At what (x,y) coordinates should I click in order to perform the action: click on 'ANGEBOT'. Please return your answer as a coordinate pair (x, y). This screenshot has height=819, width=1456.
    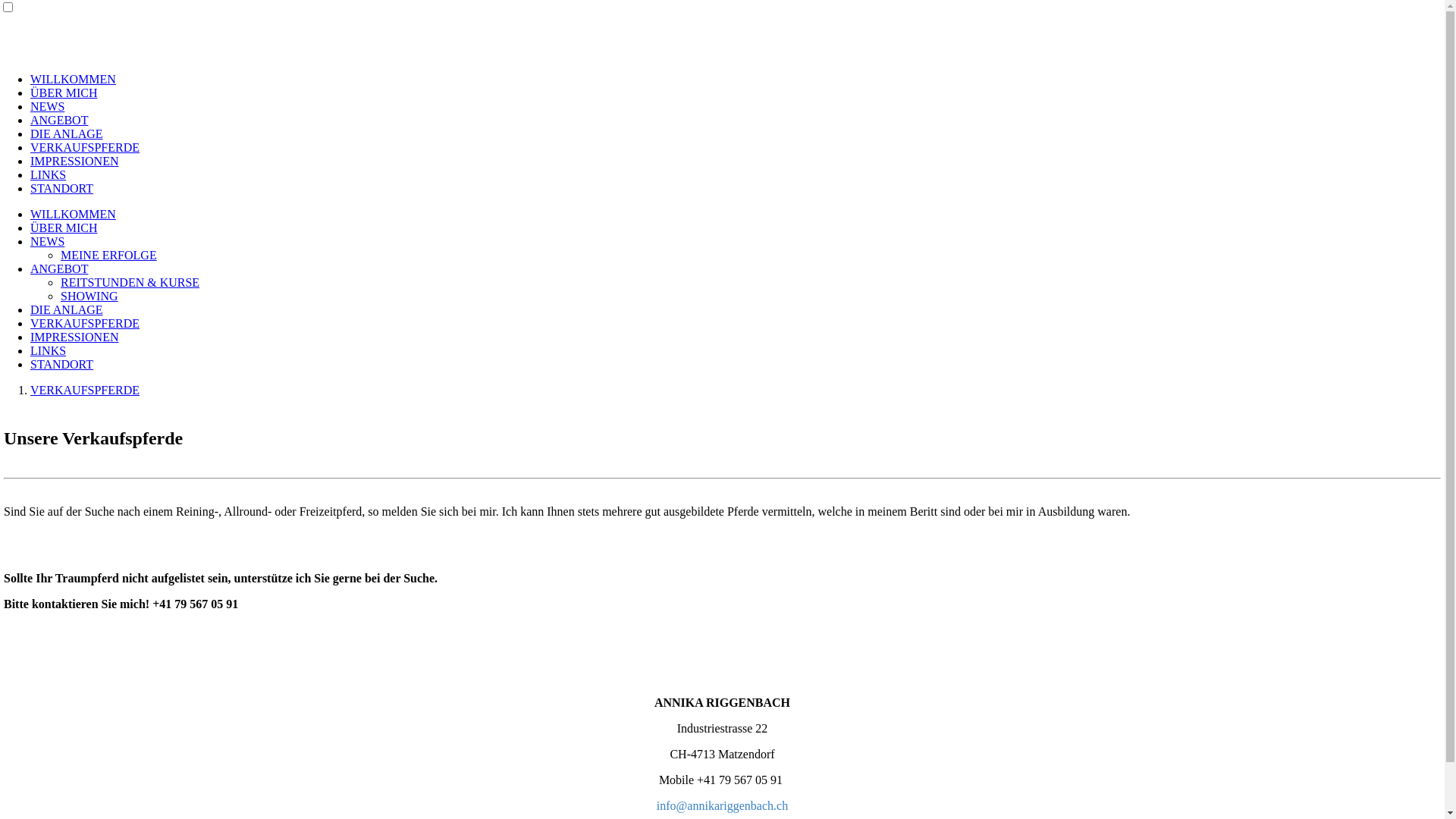
    Looking at the image, I should click on (30, 119).